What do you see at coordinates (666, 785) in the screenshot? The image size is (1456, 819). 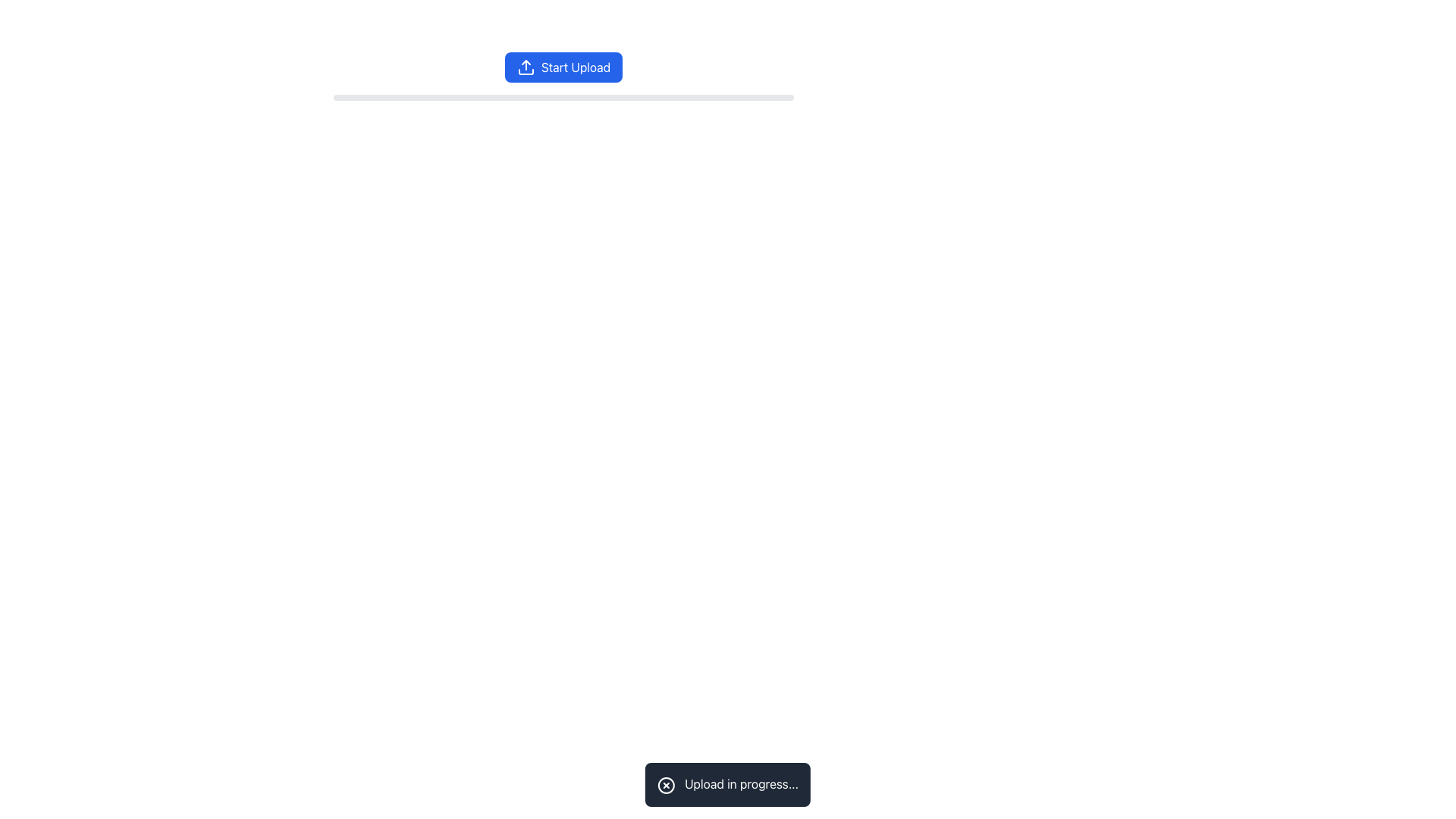 I see `the circular icon with a cross mark inside, located at the left side of the notification text 'Upload in progress...' in the notification box` at bounding box center [666, 785].